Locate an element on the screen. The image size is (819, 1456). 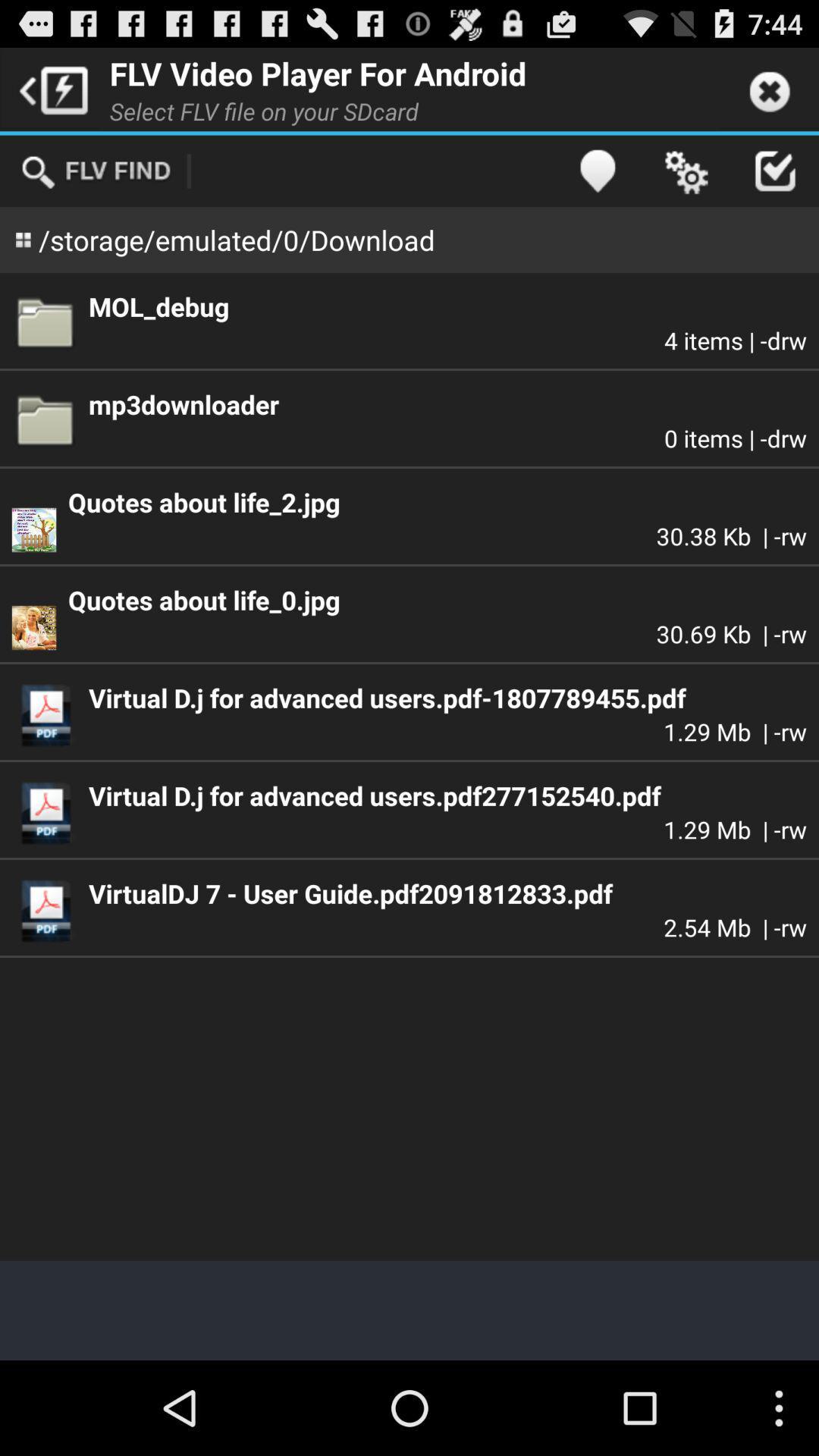
the location icon is located at coordinates (596, 182).